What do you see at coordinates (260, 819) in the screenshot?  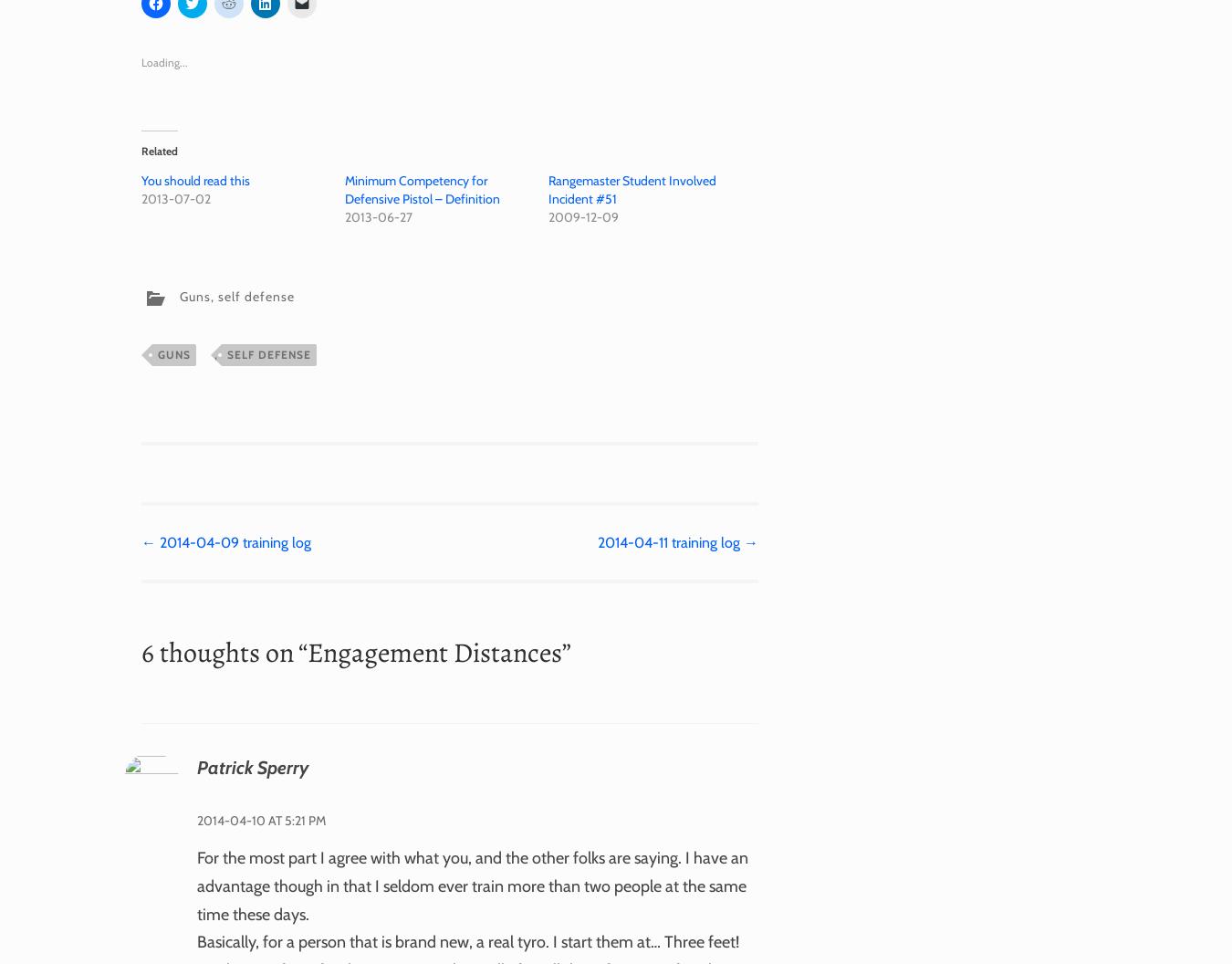 I see `'2014-04-10 at 5:21 pm'` at bounding box center [260, 819].